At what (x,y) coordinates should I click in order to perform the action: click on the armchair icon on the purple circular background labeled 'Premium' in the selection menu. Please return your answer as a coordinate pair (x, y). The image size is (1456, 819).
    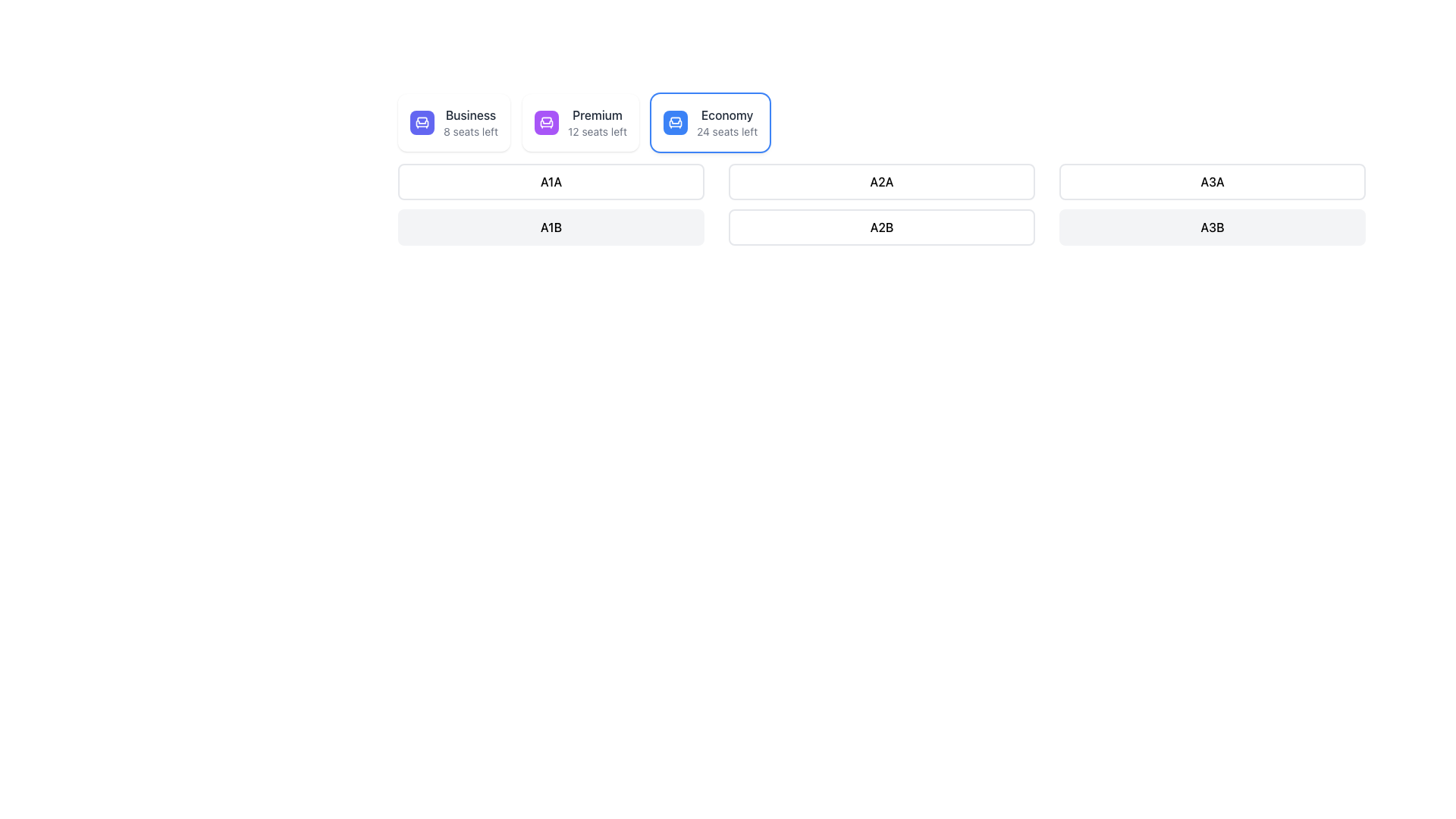
    Looking at the image, I should click on (546, 122).